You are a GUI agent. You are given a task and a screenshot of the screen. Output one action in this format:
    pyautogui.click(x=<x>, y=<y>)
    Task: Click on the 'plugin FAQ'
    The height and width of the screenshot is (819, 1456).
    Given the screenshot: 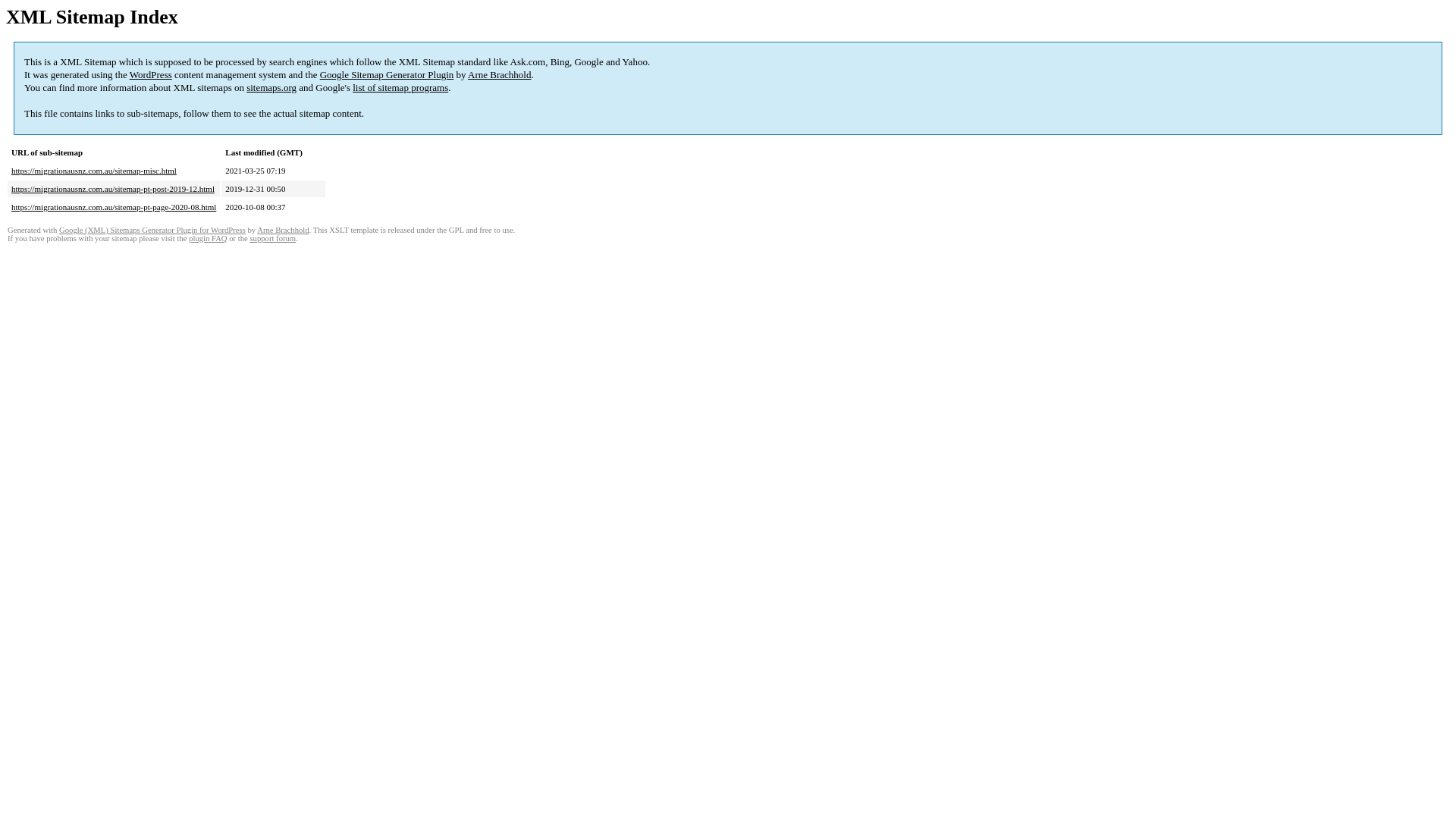 What is the action you would take?
    pyautogui.click(x=206, y=238)
    